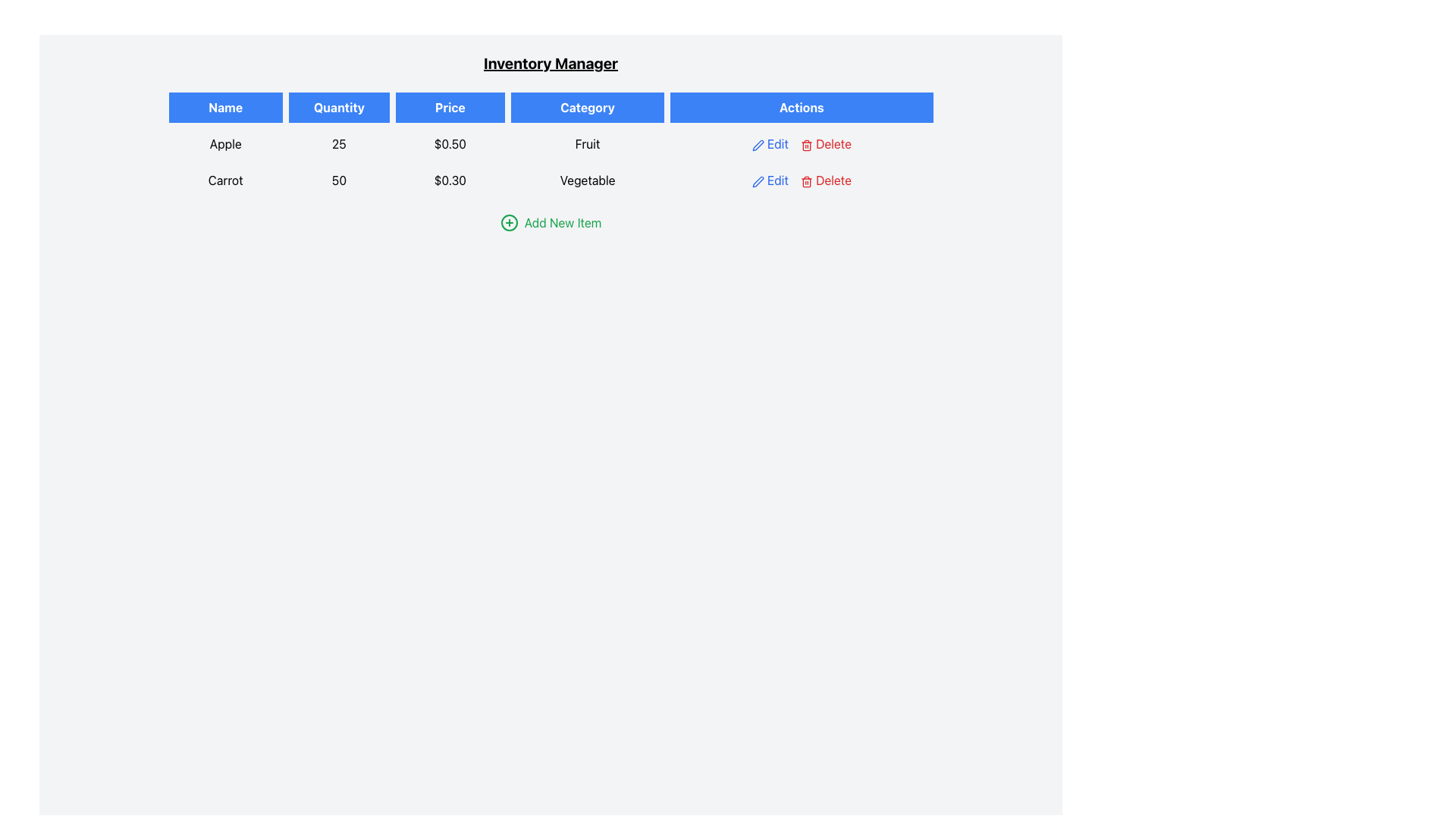  Describe the element at coordinates (224, 180) in the screenshot. I see `the 'Carrot' text label in the 'Name' column of the second row in the inventory manager interface to read the text` at that location.